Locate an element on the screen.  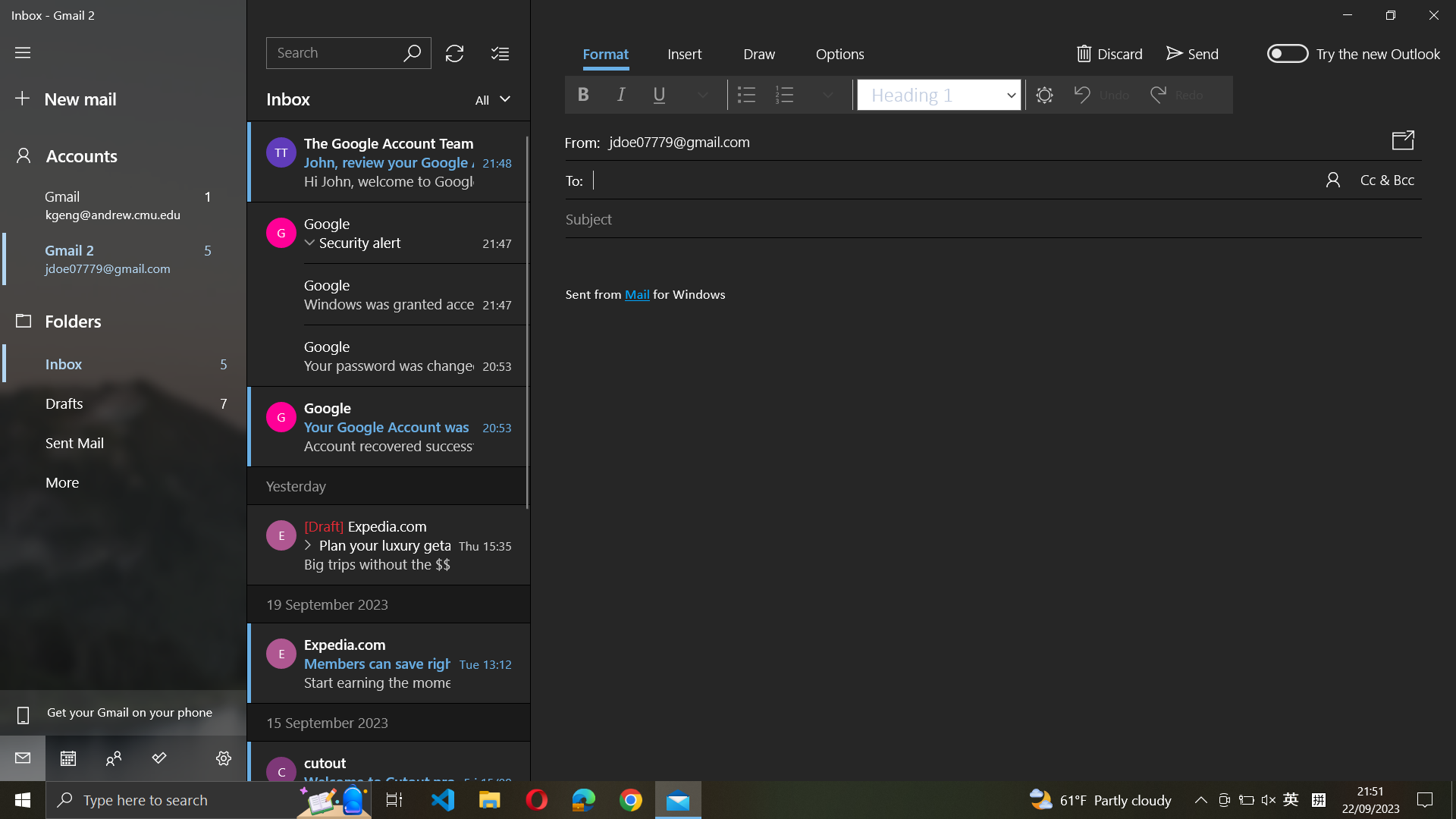
Insert the recipient"s email as "xyz@gmail.com" is located at coordinates (967, 177).